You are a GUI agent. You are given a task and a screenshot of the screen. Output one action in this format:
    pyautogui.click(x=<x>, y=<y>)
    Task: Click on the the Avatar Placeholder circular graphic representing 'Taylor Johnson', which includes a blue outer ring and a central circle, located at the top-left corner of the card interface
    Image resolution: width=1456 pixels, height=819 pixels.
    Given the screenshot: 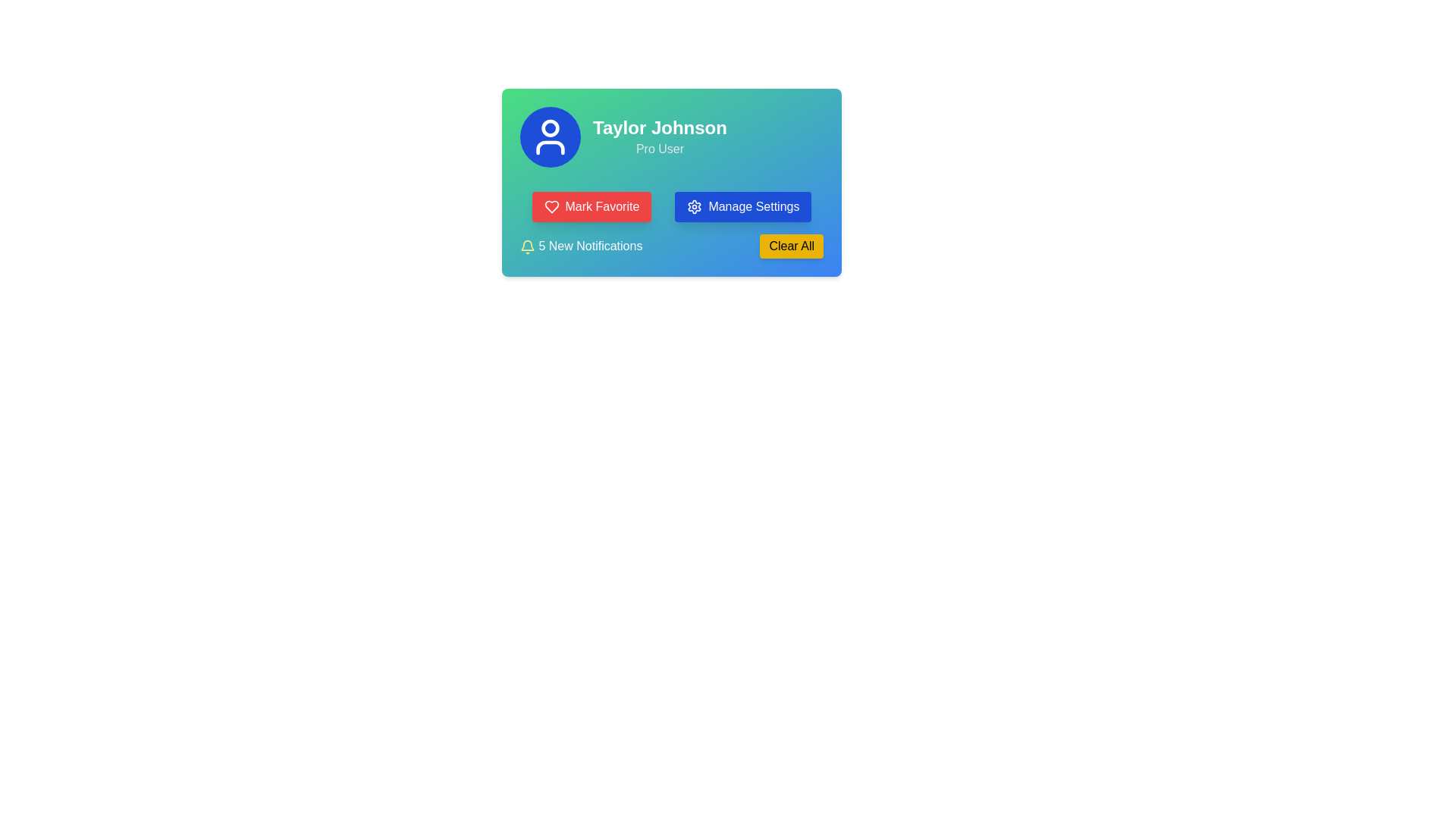 What is the action you would take?
    pyautogui.click(x=549, y=127)
    